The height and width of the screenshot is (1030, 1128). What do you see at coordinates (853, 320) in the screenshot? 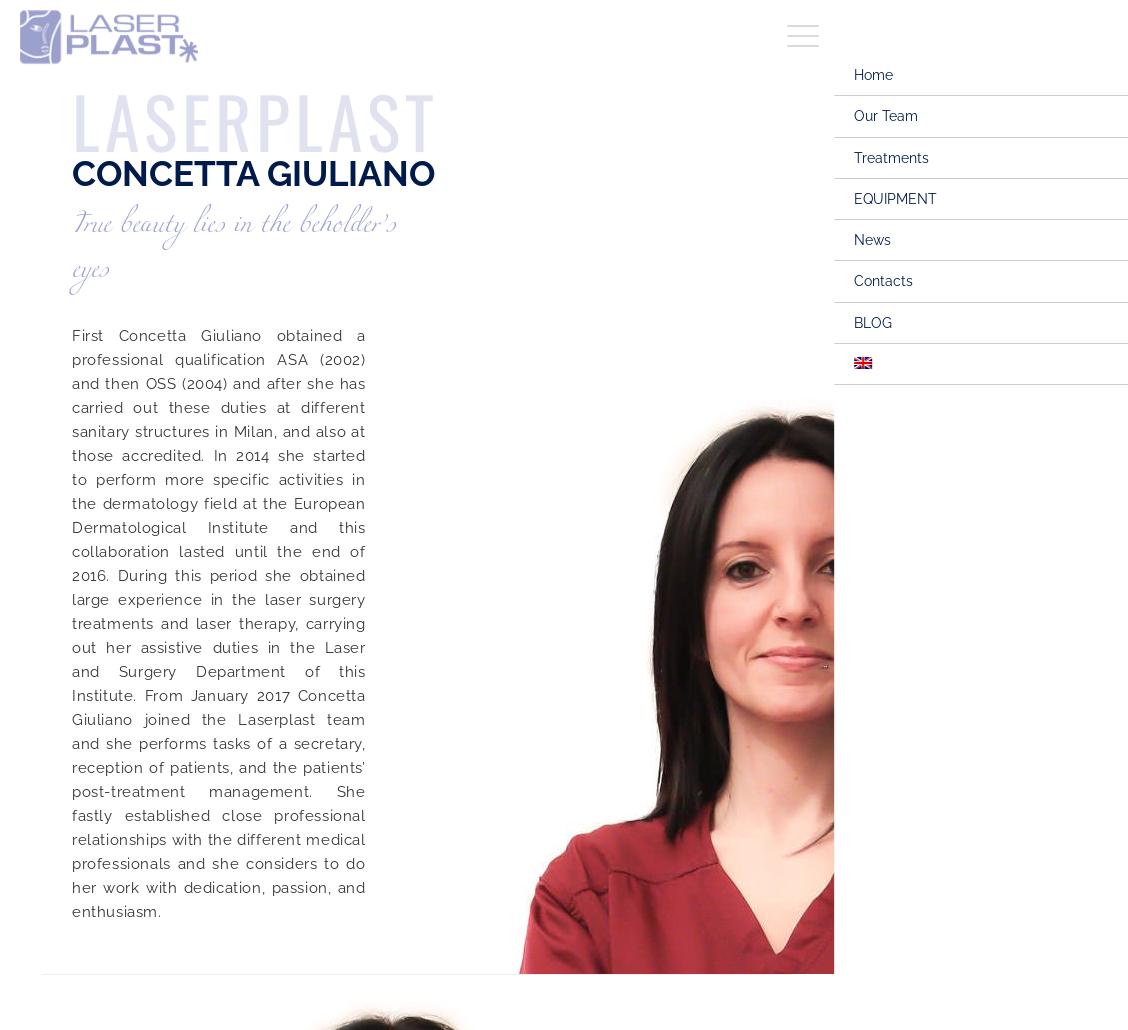
I see `'BLOG'` at bounding box center [853, 320].